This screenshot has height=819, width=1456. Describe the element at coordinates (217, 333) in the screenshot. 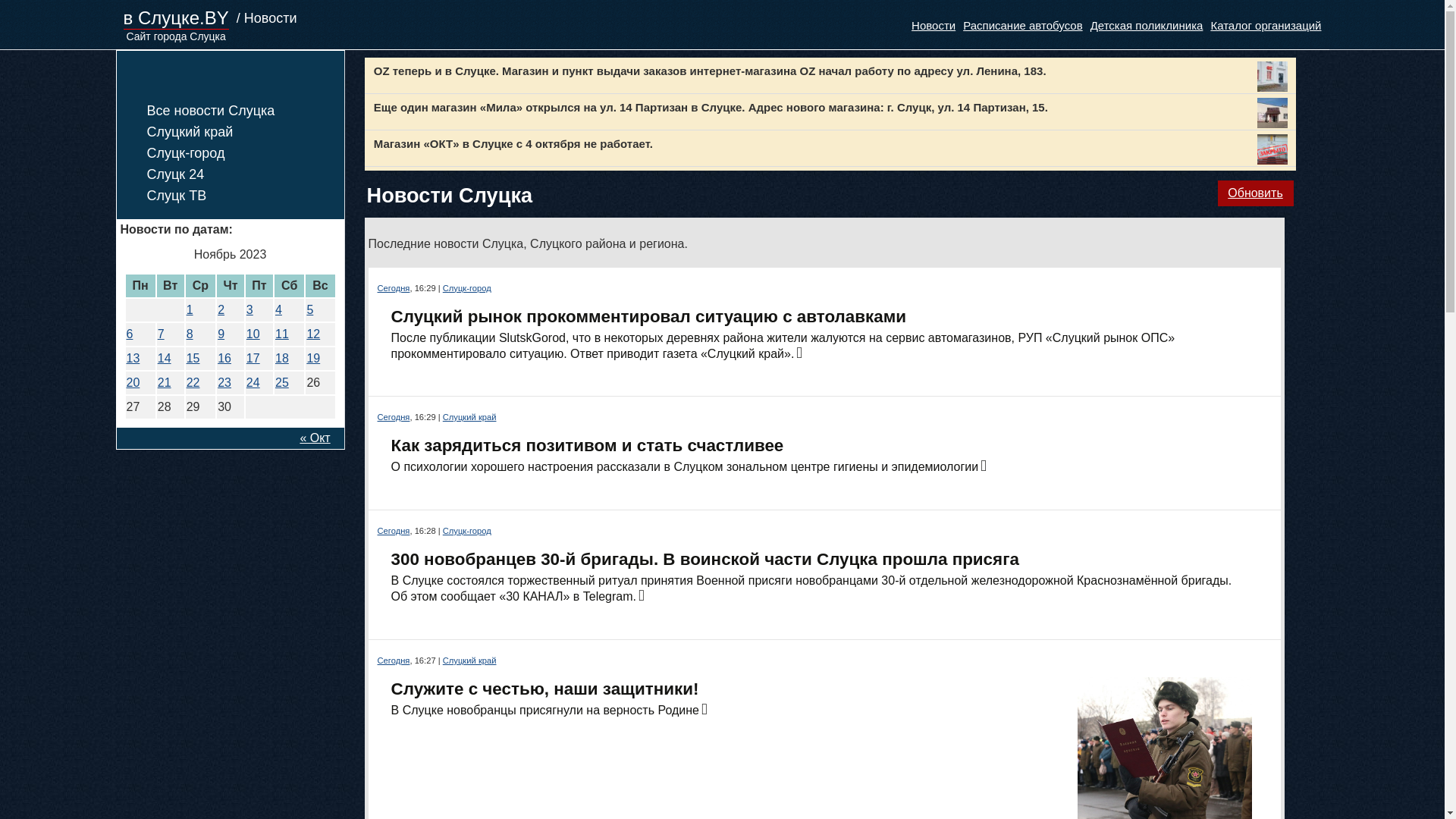

I see `'9'` at that location.